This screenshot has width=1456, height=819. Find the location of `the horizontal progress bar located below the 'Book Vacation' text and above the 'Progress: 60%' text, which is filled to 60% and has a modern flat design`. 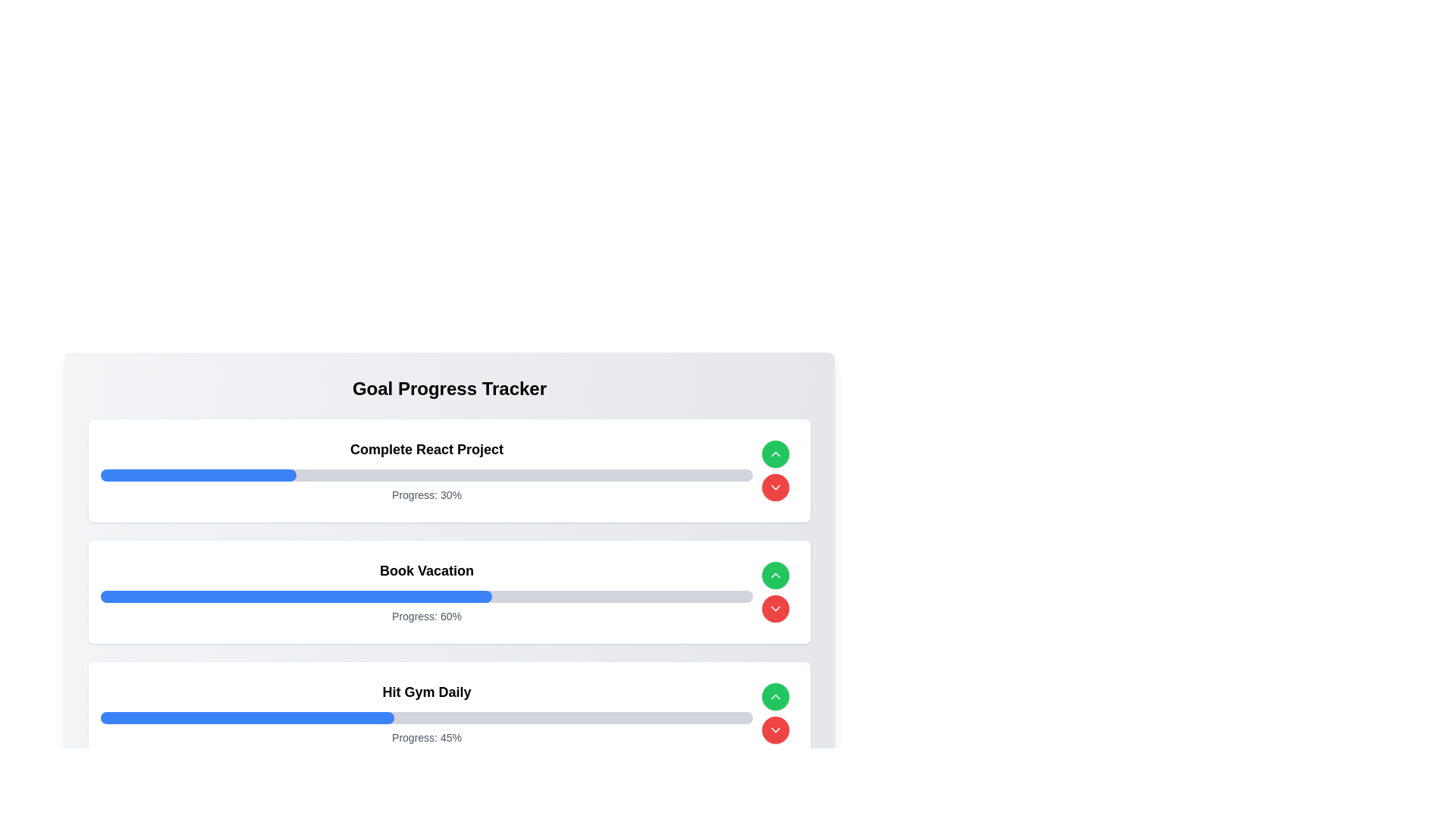

the horizontal progress bar located below the 'Book Vacation' text and above the 'Progress: 60%' text, which is filled to 60% and has a modern flat design is located at coordinates (425, 595).